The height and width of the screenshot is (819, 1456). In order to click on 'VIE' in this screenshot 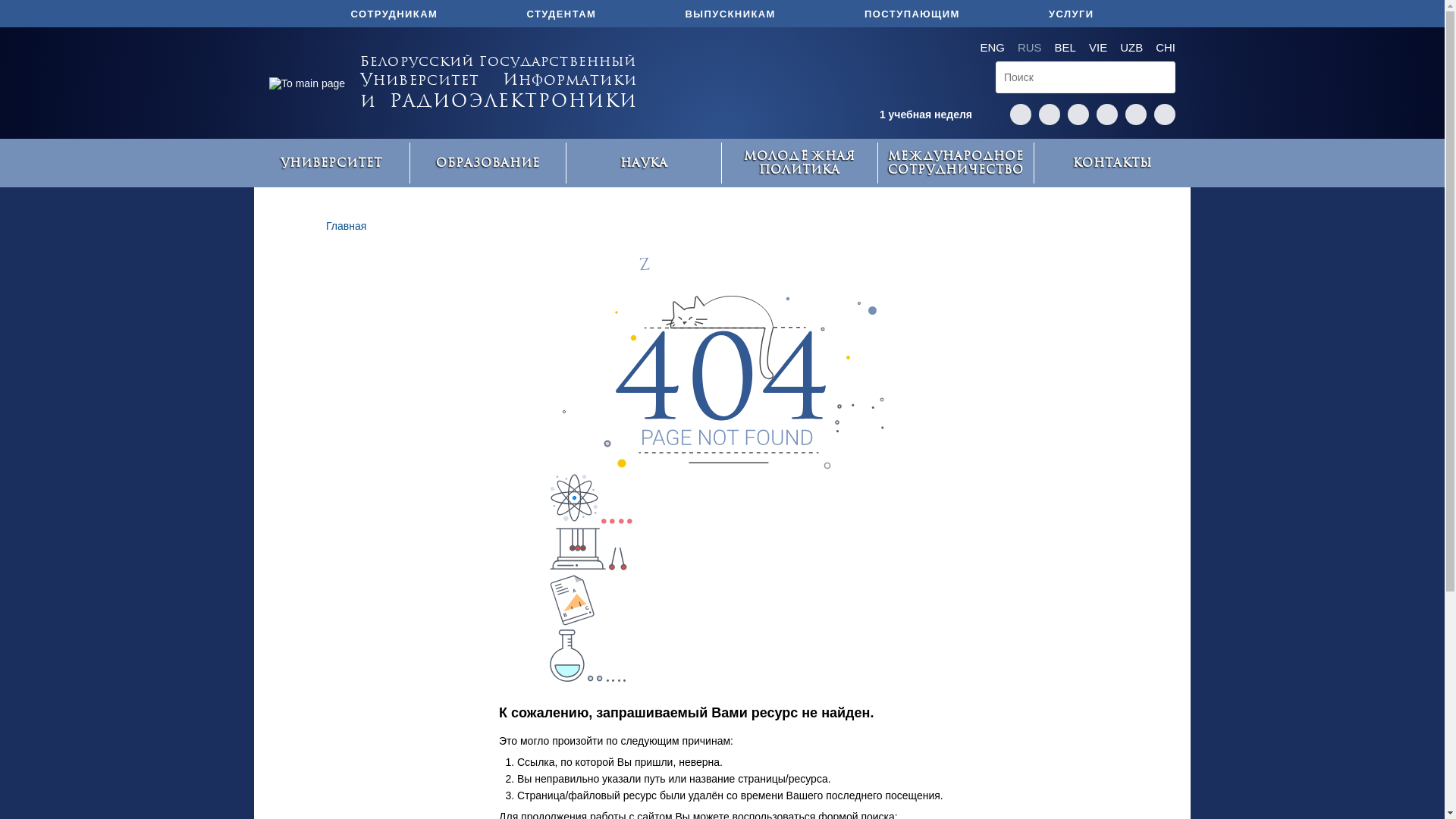, I will do `click(1098, 46)`.